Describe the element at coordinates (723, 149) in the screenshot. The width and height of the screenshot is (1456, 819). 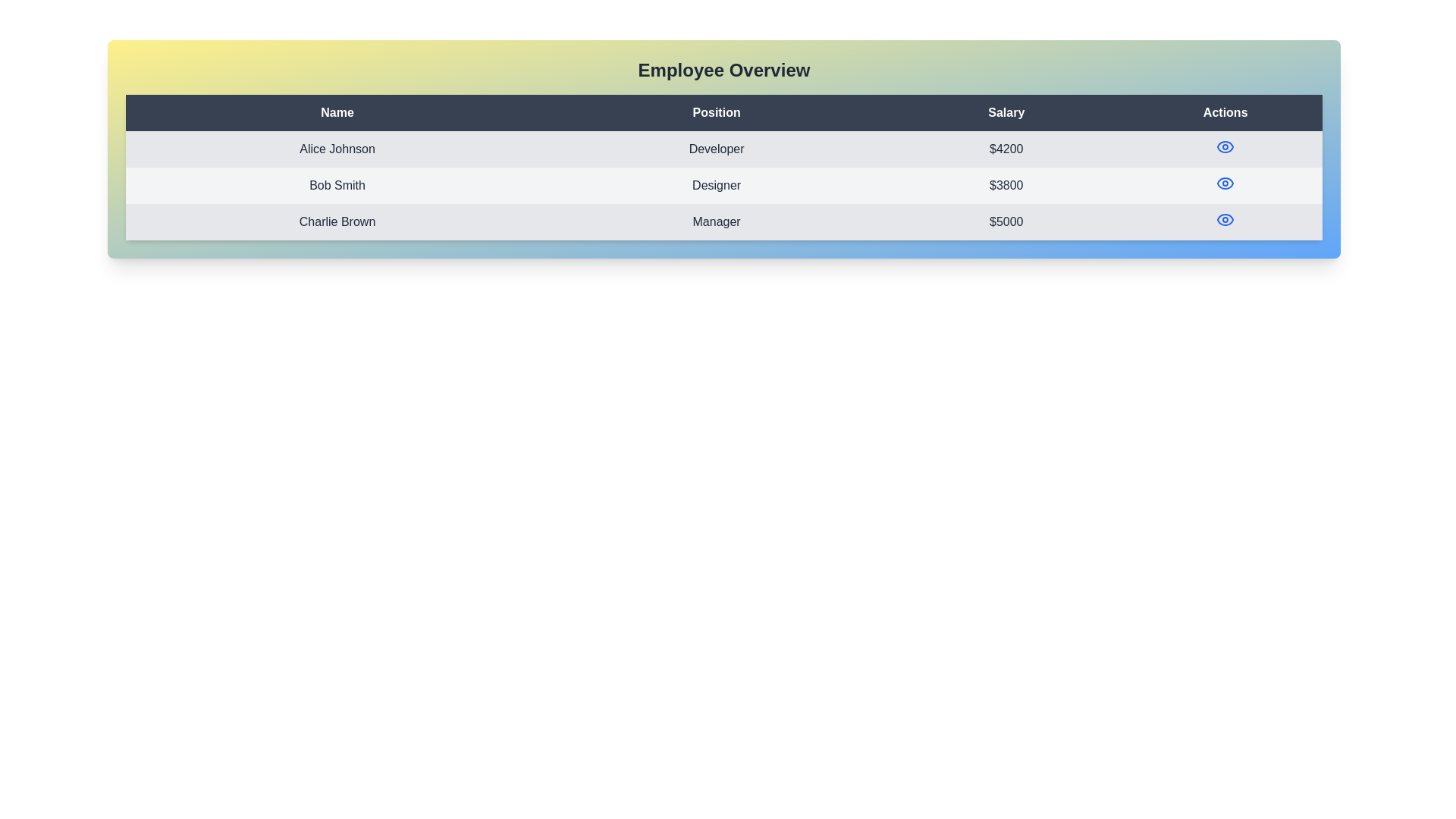
I see `interactive view action for the first table row containing 'Alice Johnson,' 'Developer,' and '$4200.'` at that location.